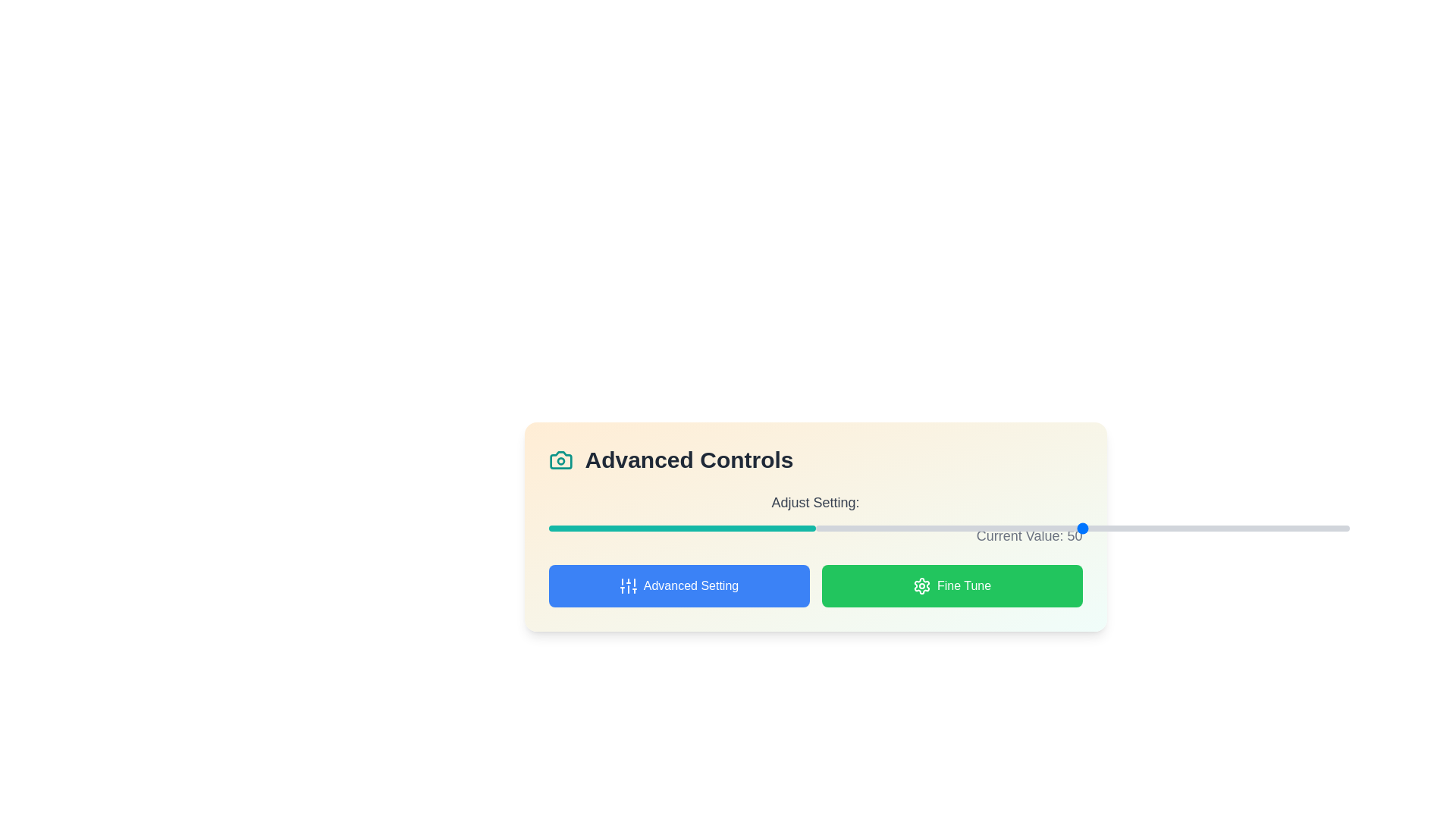 This screenshot has height=819, width=1456. I want to click on the 'Advanced Setting' text label within the blue button for accessibility purposes, so click(690, 585).